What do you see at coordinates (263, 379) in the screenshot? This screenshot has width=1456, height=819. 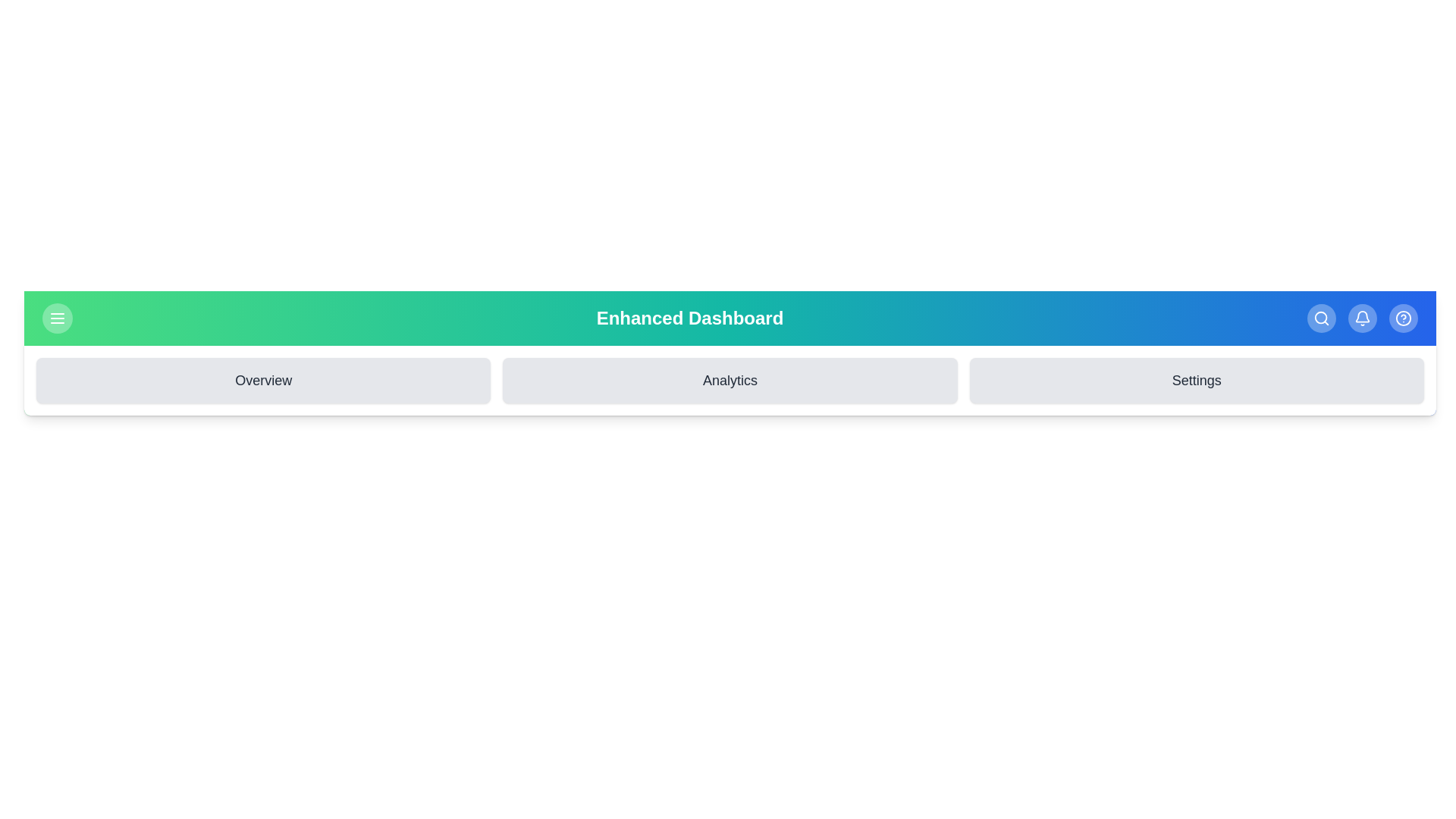 I see `the 'Overview' section to navigate to it` at bounding box center [263, 379].